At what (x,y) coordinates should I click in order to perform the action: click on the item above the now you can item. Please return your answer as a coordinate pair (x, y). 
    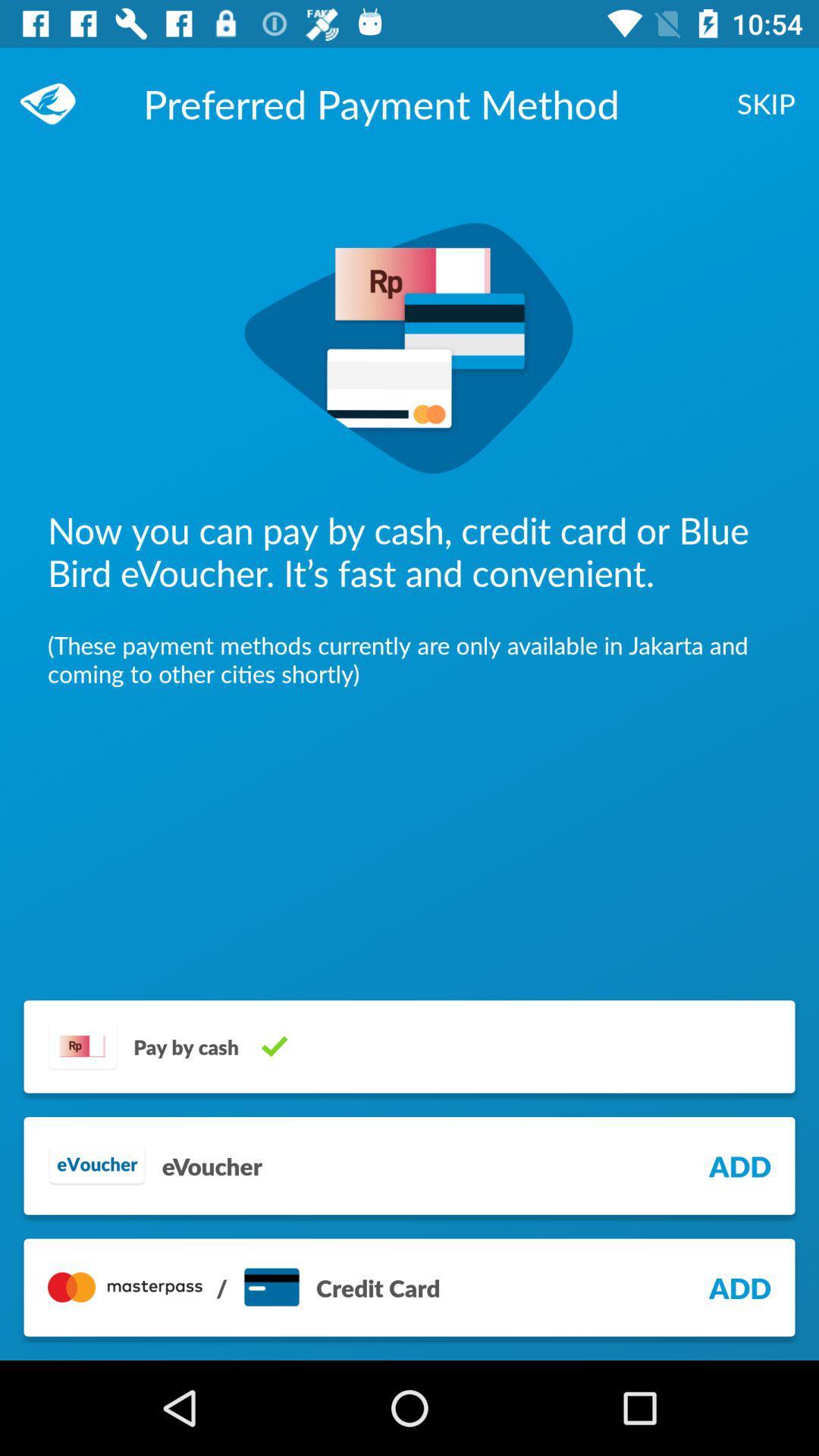
    Looking at the image, I should click on (55, 102).